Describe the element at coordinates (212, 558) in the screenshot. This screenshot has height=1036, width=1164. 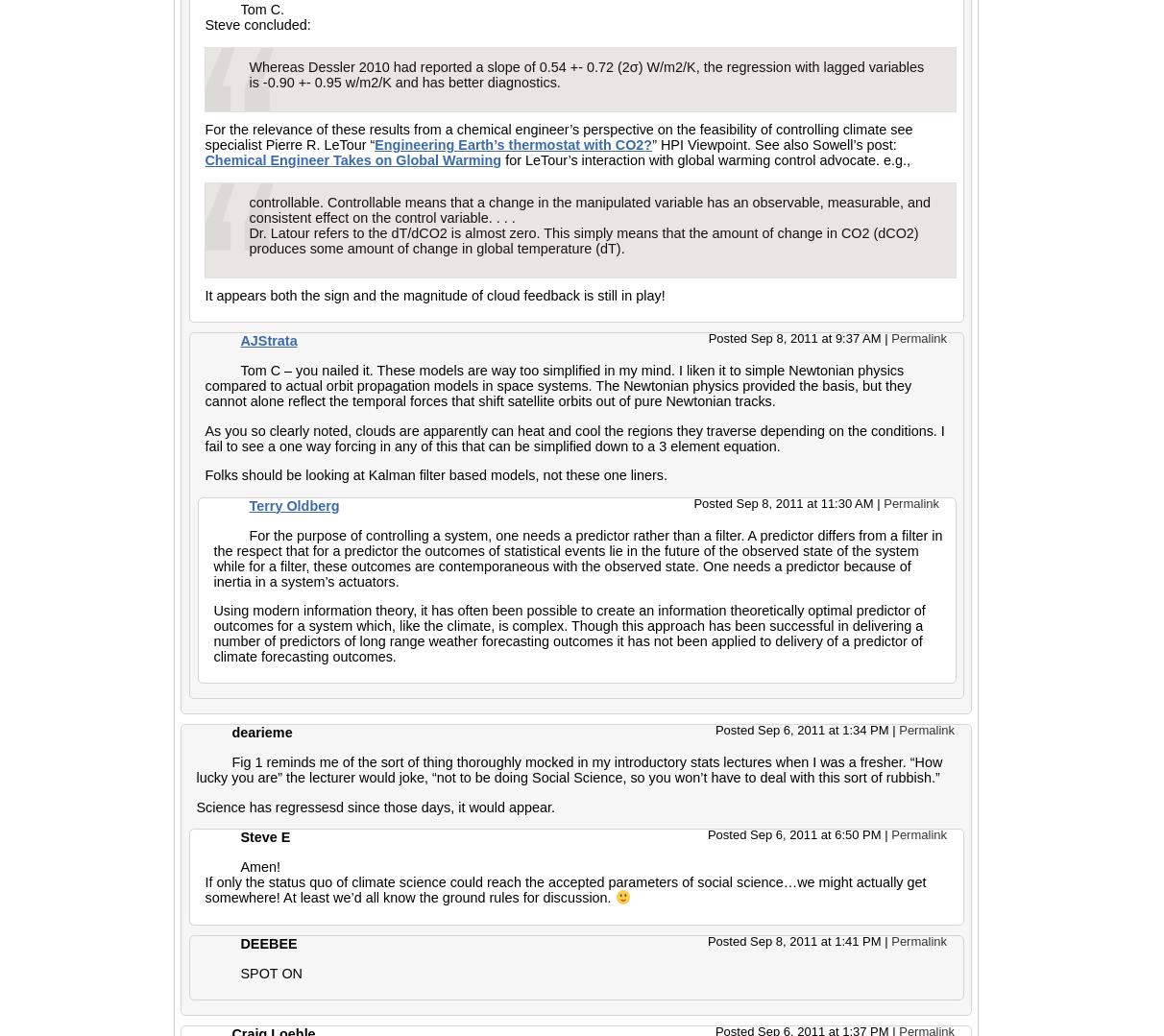
I see `'For the purpose of controlling a system, one needs a predictor rather than a filter. A predictor differs from a filter in the respect that for a predictor the outcomes of statistical events lie in the future of the observed state of the system while for a filter, these outcomes are contemporaneous with the observed state. One needs a predictor because of inertia in a system’s actuators.'` at that location.